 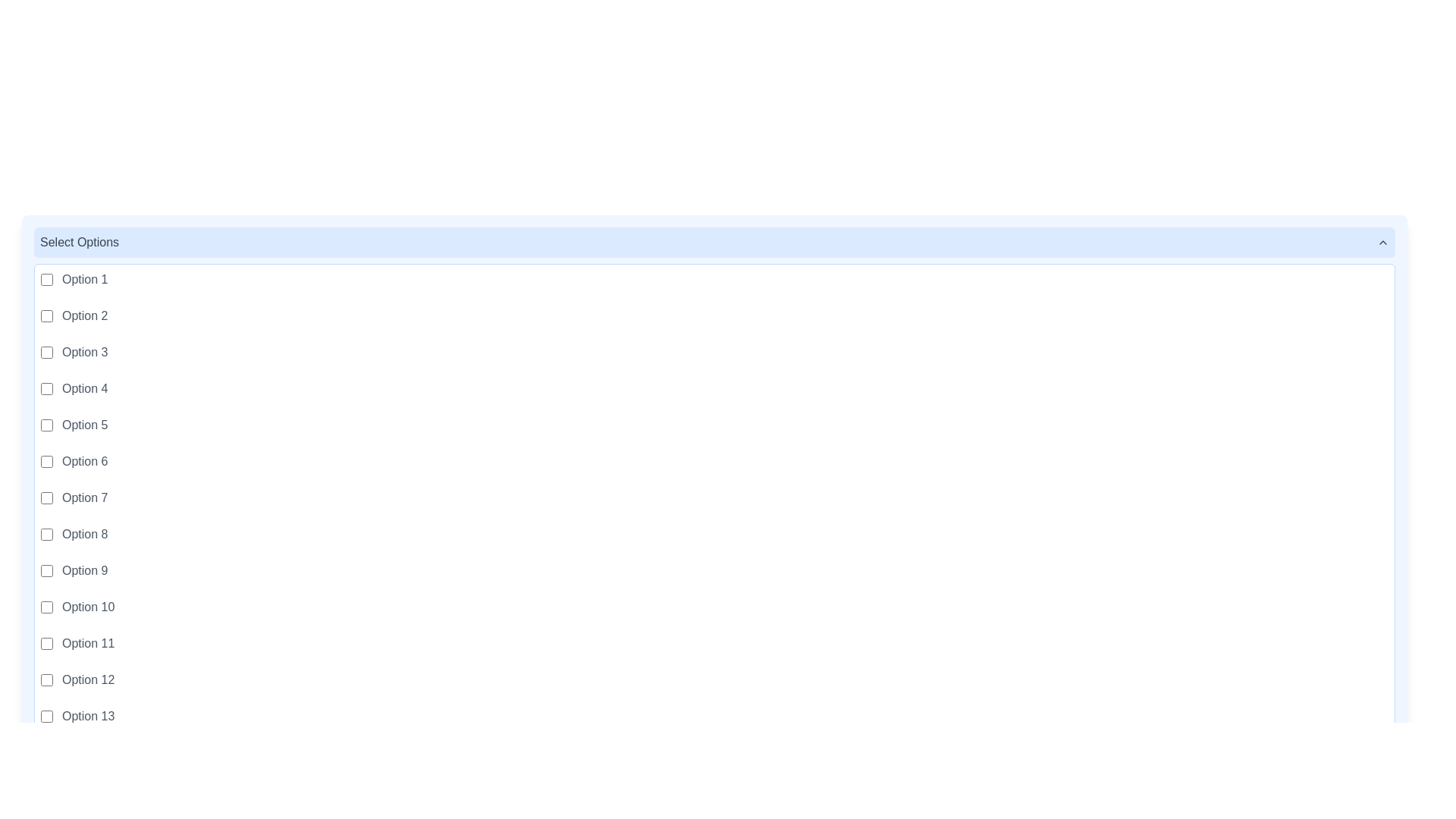 What do you see at coordinates (84, 461) in the screenshot?
I see `the text label displaying 'Option 6' associated with the interactive checkbox, which is positioned next to the checkbox in the sixth row of selectable options` at bounding box center [84, 461].